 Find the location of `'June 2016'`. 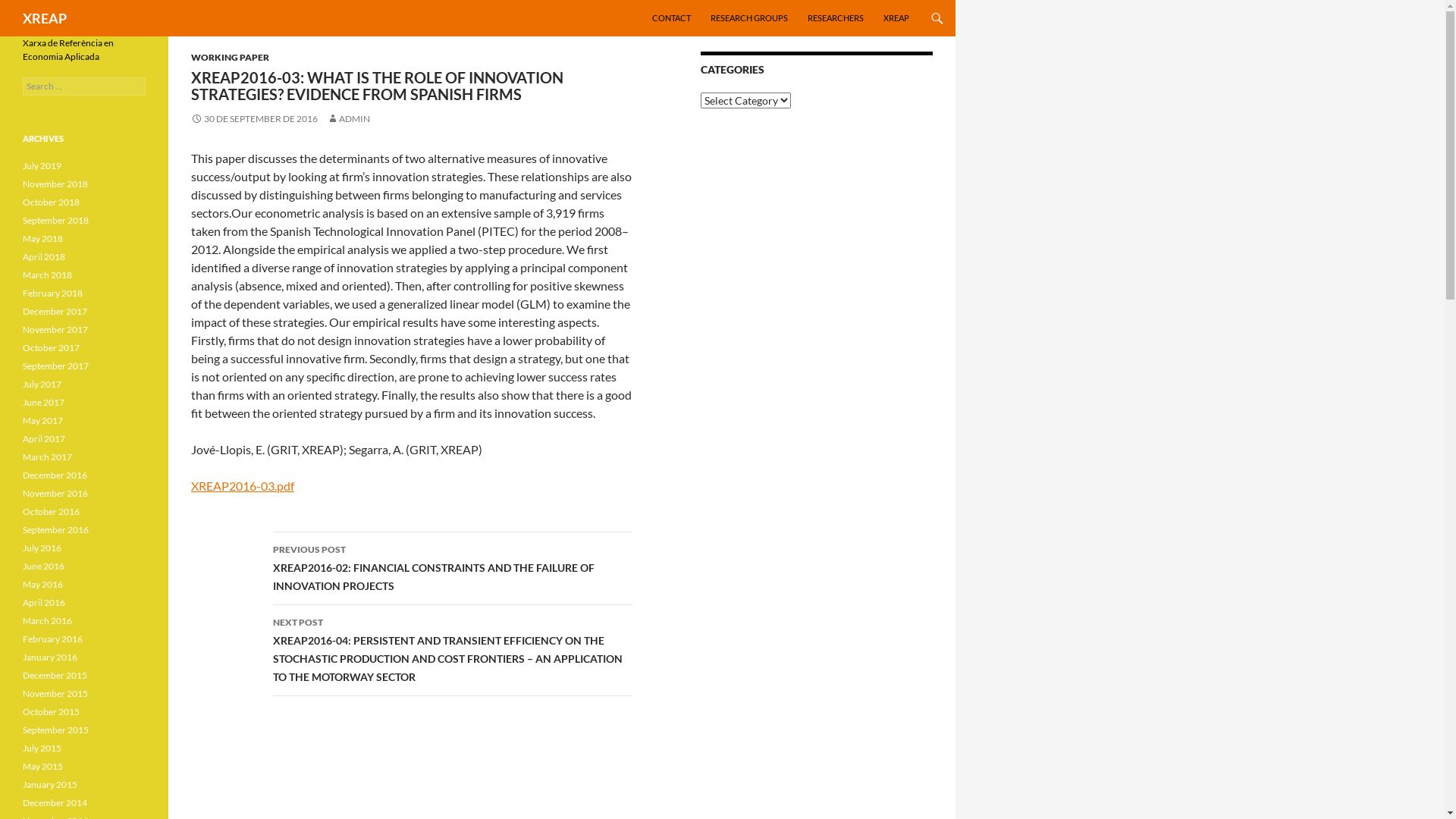

'June 2016' is located at coordinates (43, 566).